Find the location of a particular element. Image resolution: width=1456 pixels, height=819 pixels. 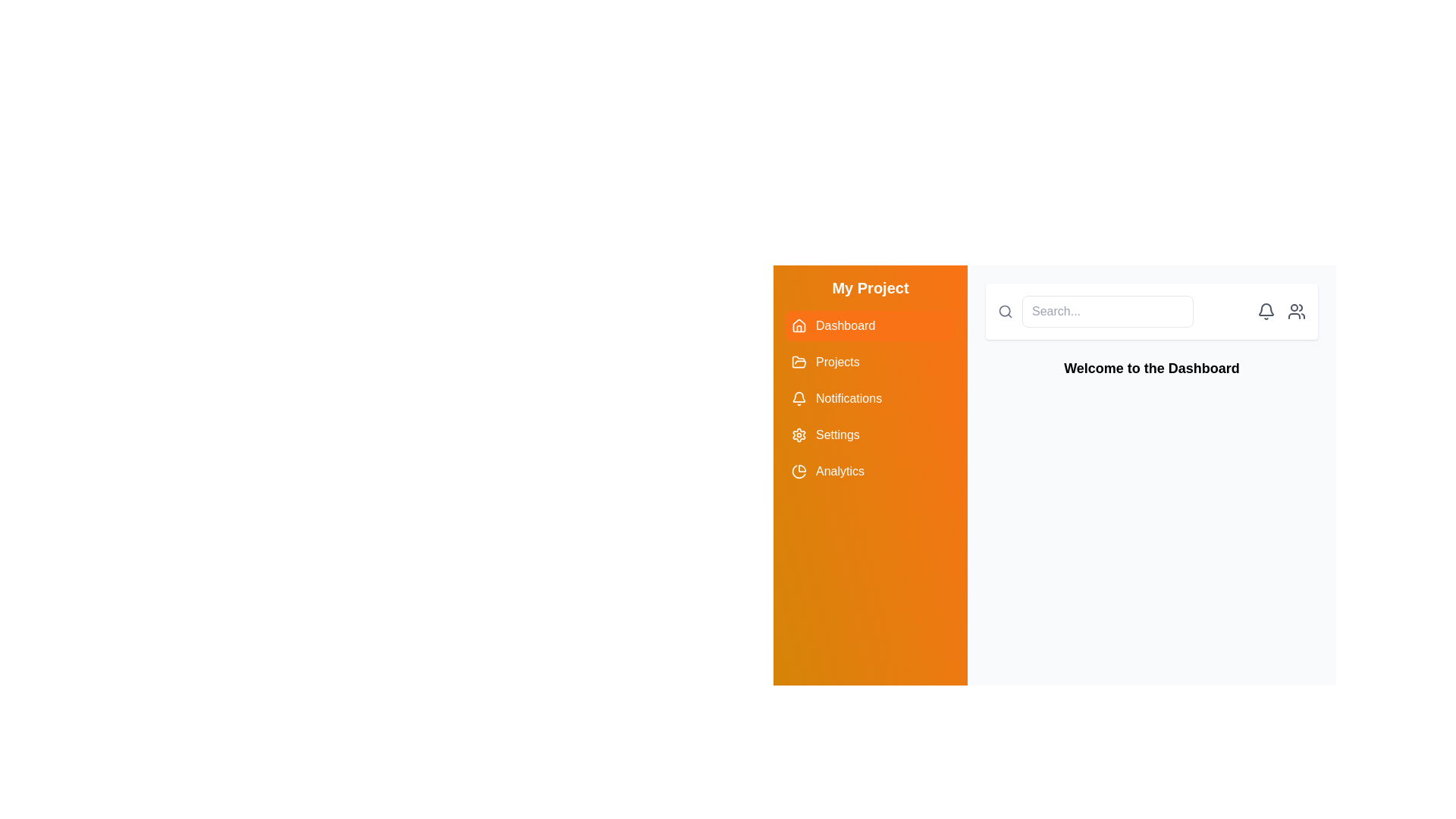

the circular part of the magnifying glass icon located in the top-right section of the interface, integrated into the search bar component is located at coordinates (1005, 310).